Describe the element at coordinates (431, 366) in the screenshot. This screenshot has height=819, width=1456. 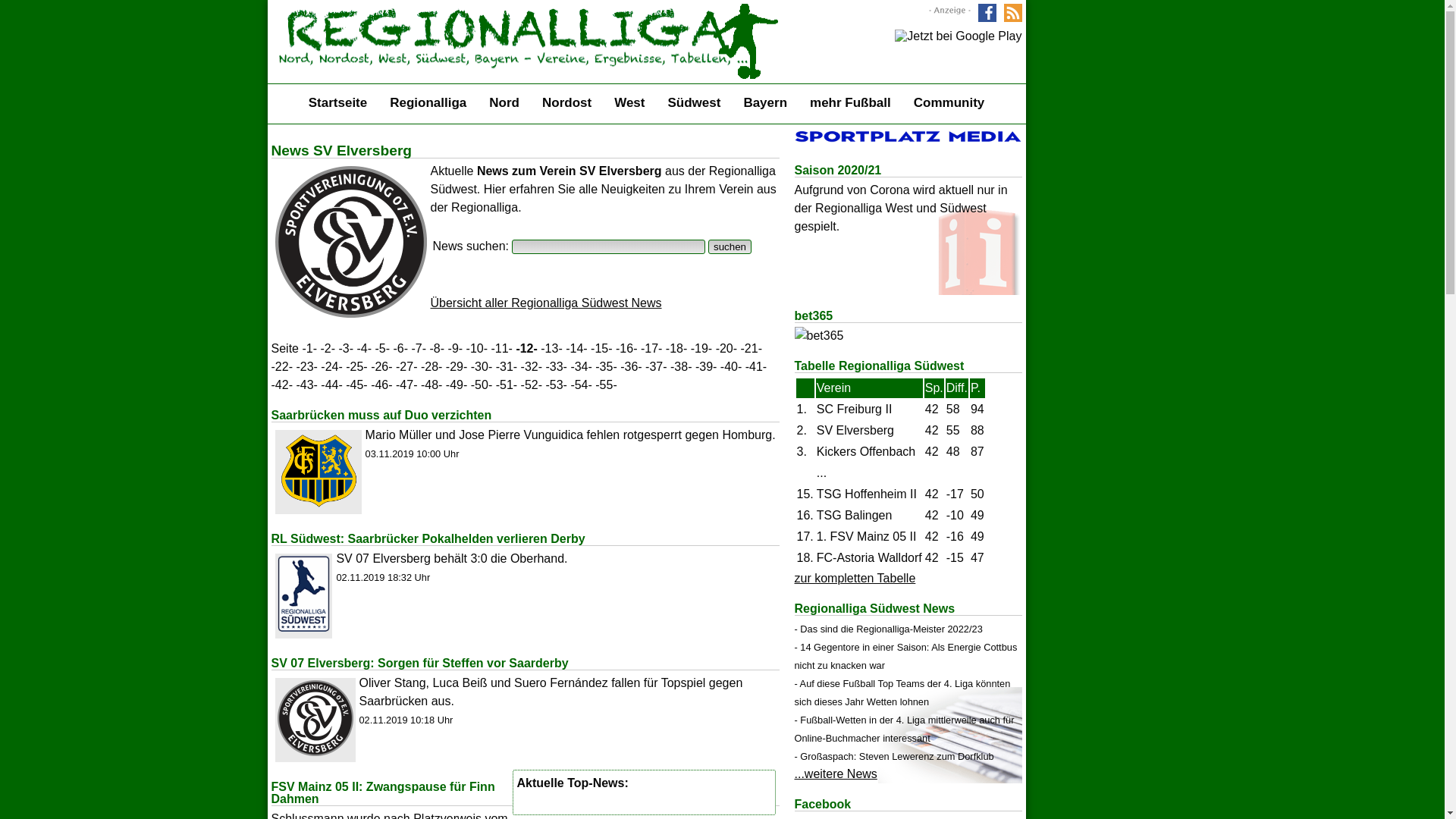
I see `'-28-'` at that location.